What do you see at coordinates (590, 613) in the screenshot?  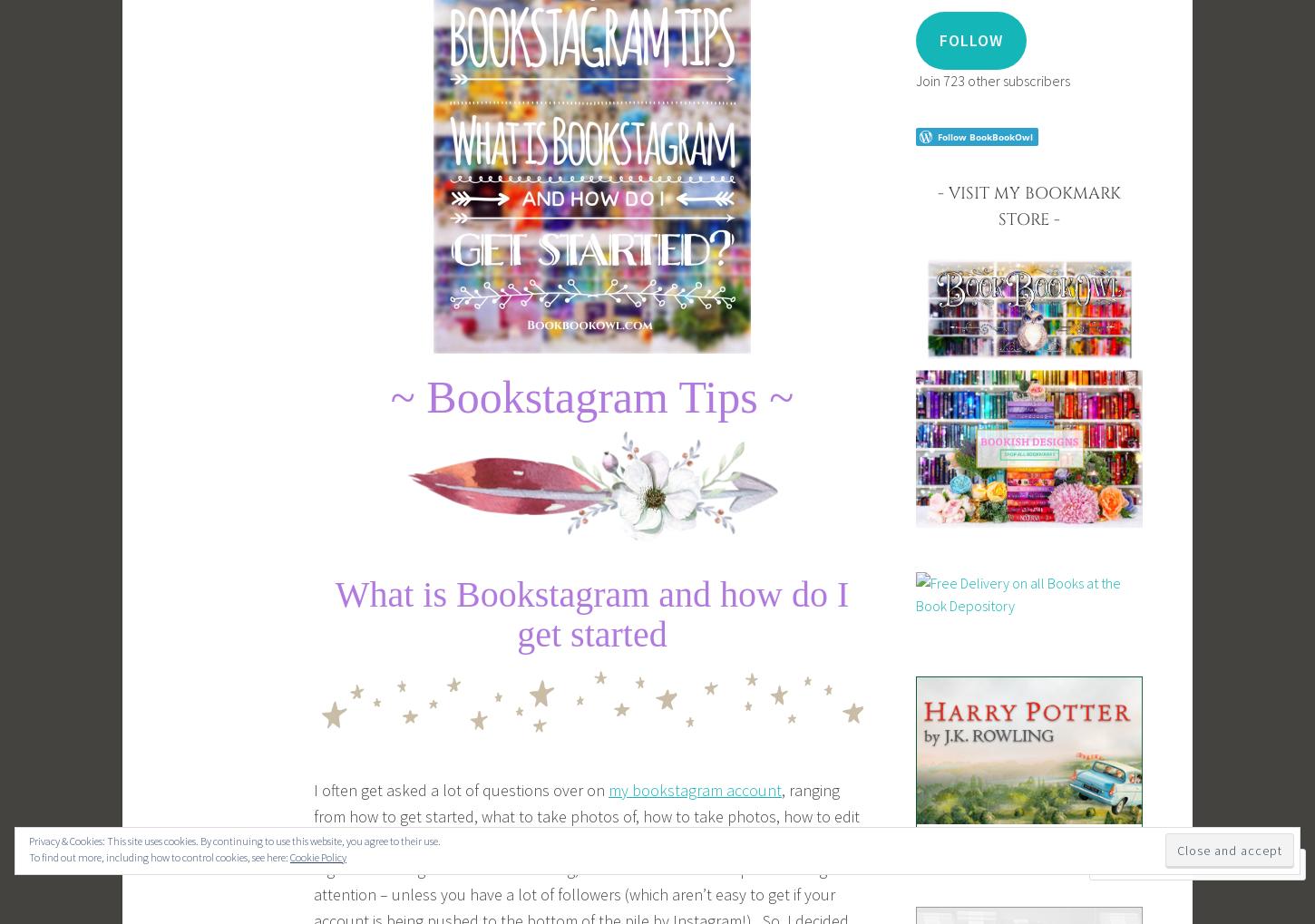 I see `'What is Bookstagram and how do I get started'` at bounding box center [590, 613].